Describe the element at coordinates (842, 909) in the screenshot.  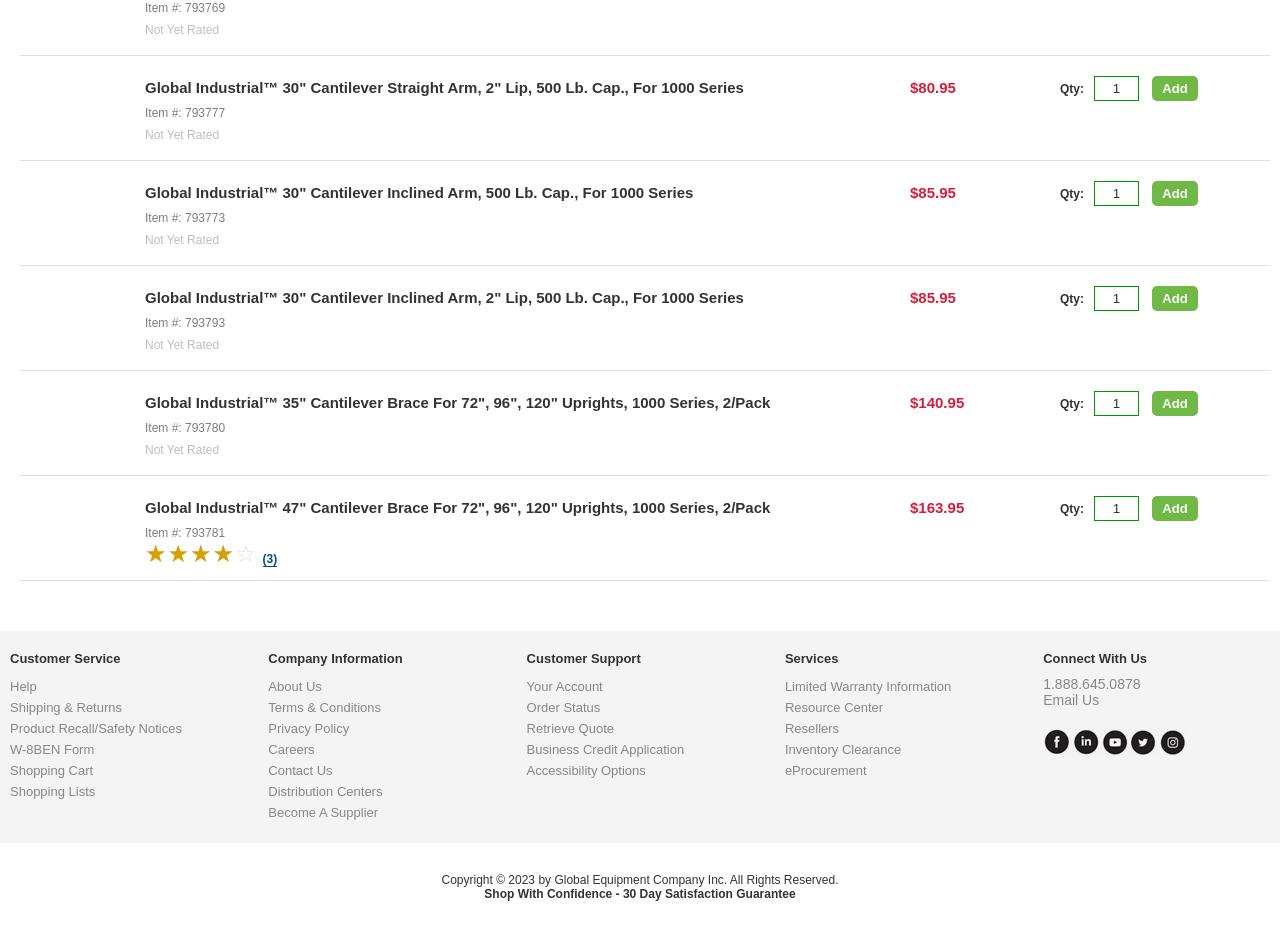
I see `'Inventory Clearance'` at that location.